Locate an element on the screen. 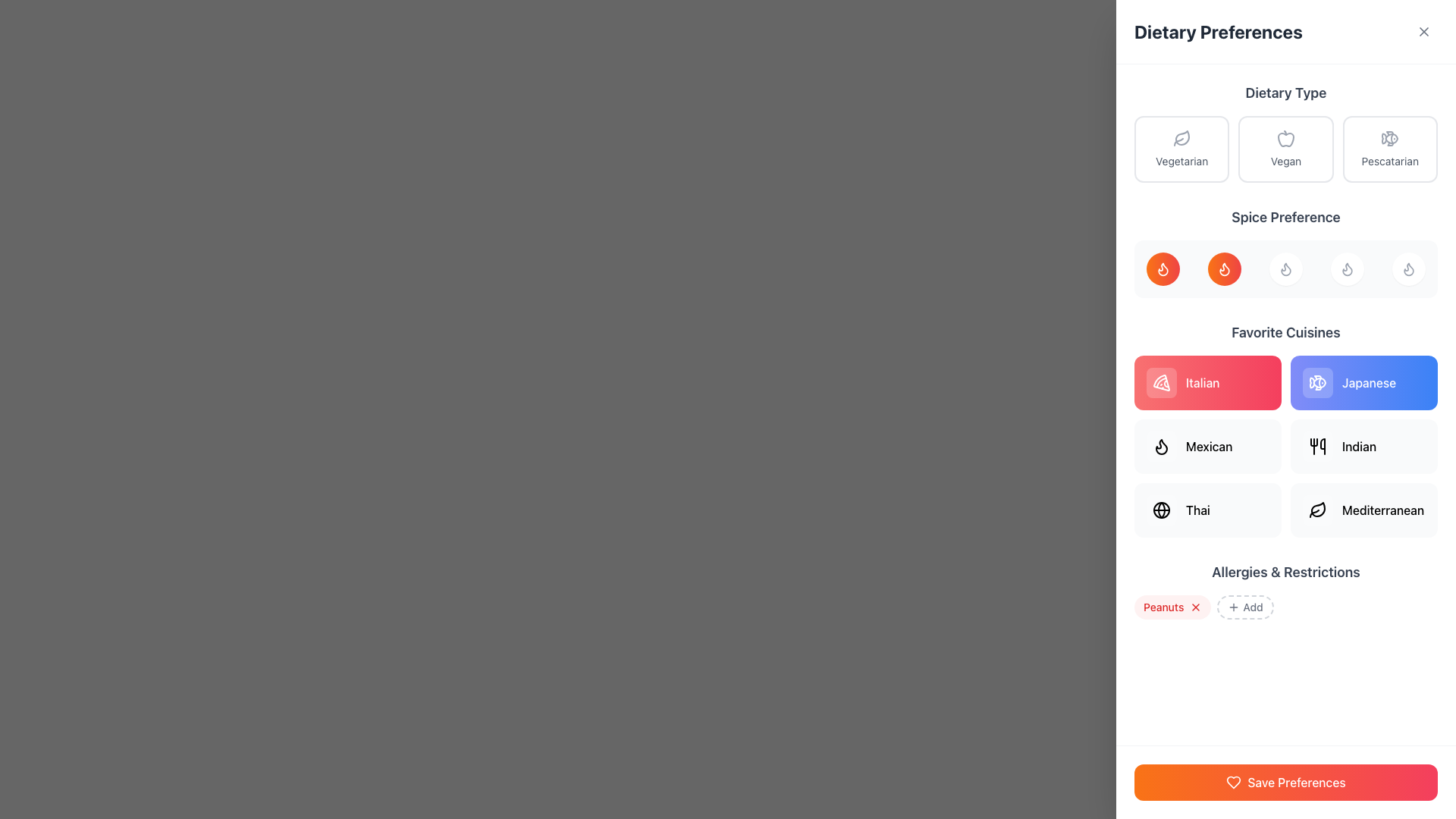 This screenshot has width=1456, height=819. the header text label for the 'Allergies & Restrictions' section, which is located between the 'Favorite Cuisines' section and the 'Peanuts' label with an 'Add' button is located at coordinates (1285, 573).